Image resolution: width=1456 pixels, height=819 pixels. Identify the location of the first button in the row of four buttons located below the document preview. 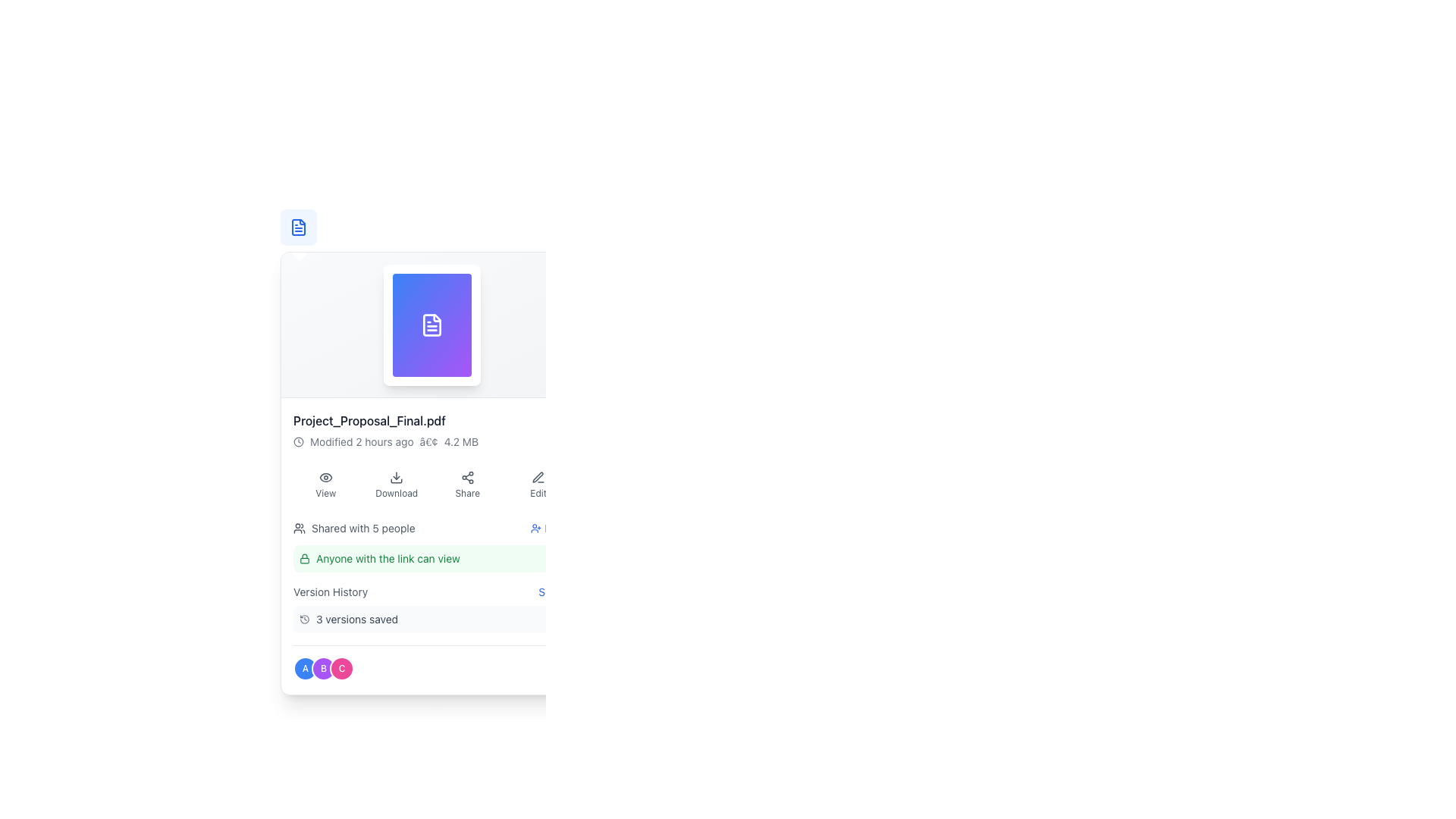
(325, 485).